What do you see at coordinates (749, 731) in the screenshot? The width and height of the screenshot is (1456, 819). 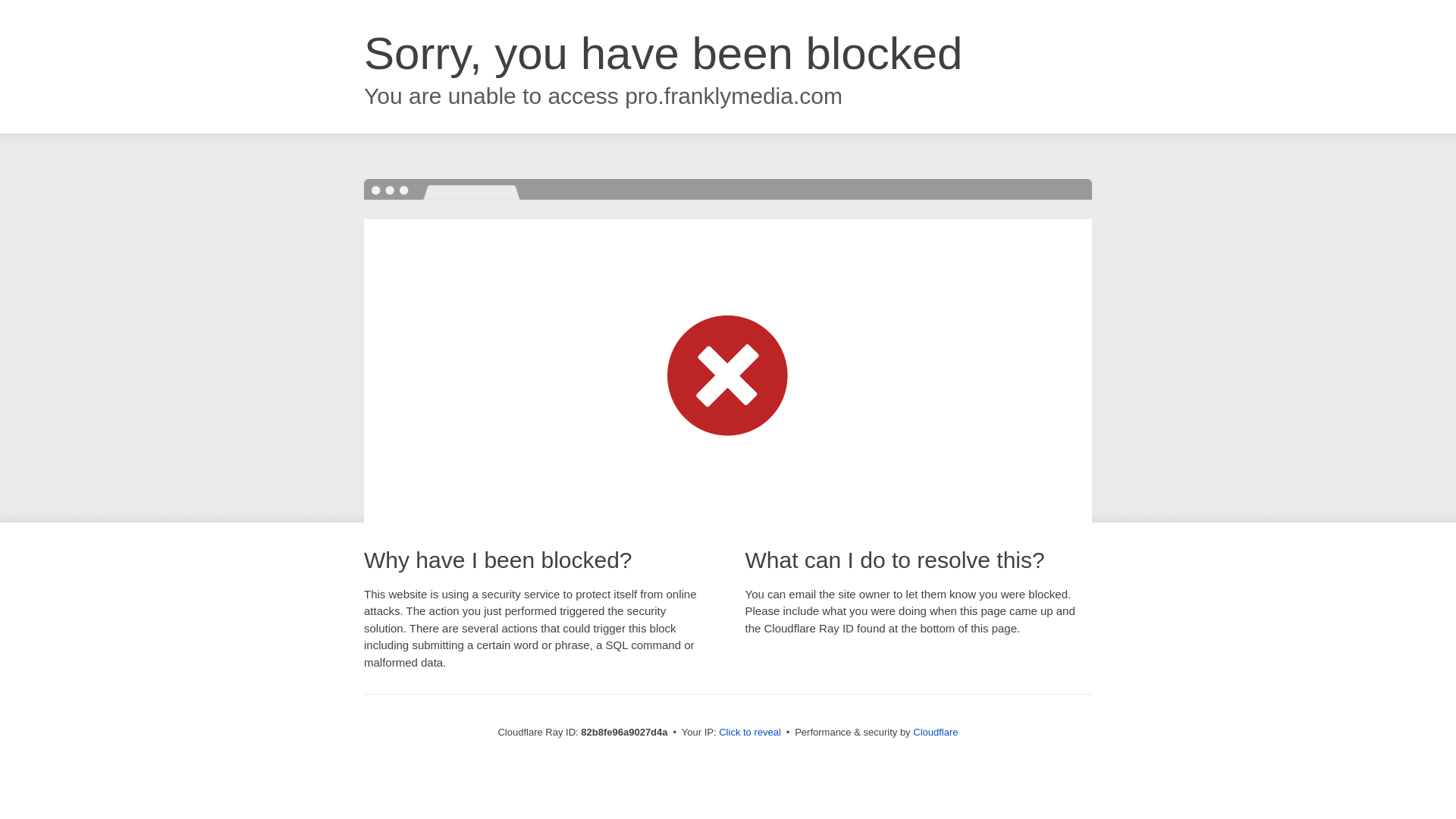 I see `'Click to reveal'` at bounding box center [749, 731].